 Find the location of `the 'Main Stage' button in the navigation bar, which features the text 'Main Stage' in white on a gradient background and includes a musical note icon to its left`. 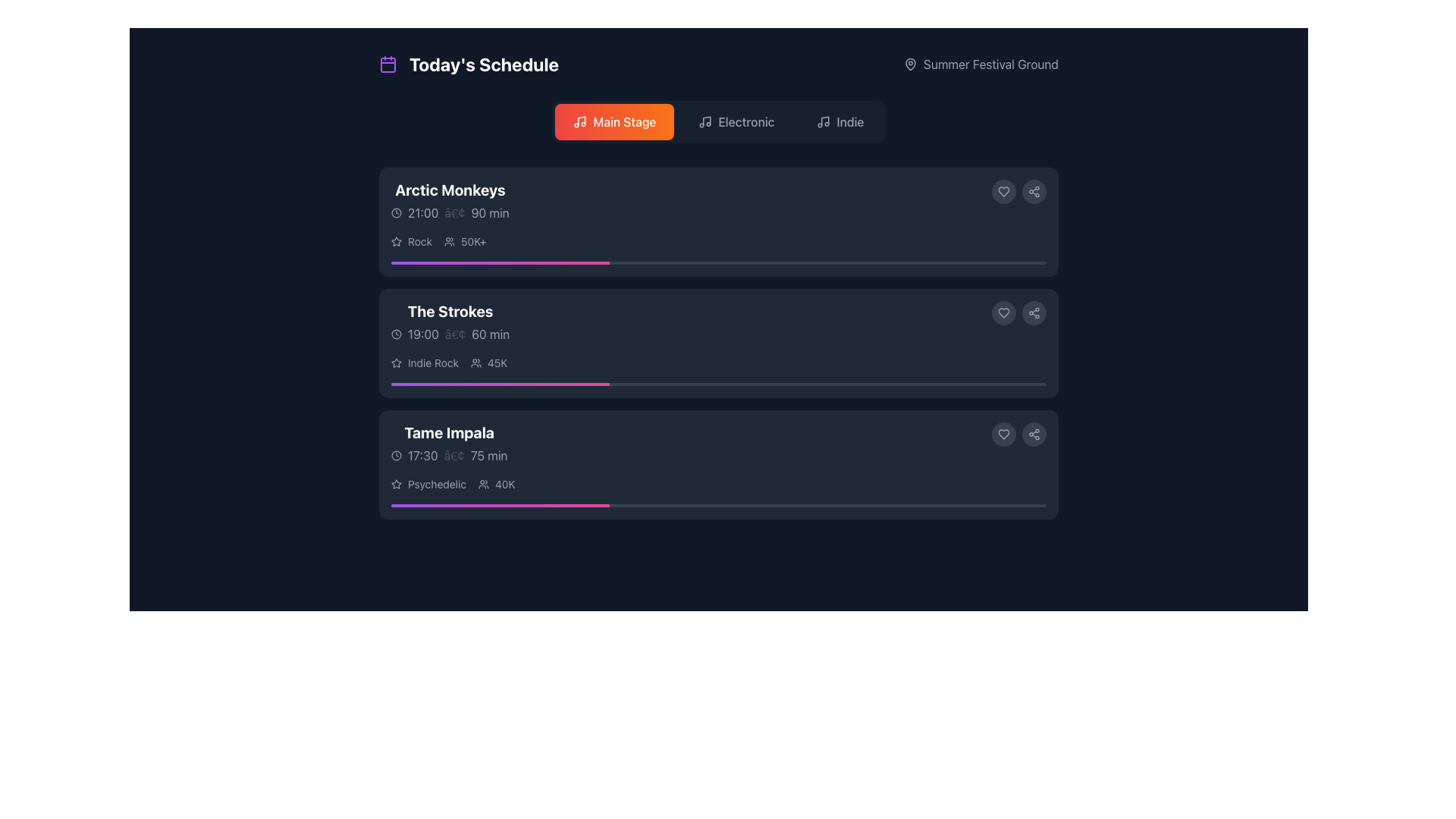

the 'Main Stage' button in the navigation bar, which features the text 'Main Stage' in white on a gradient background and includes a musical note icon to its left is located at coordinates (624, 121).